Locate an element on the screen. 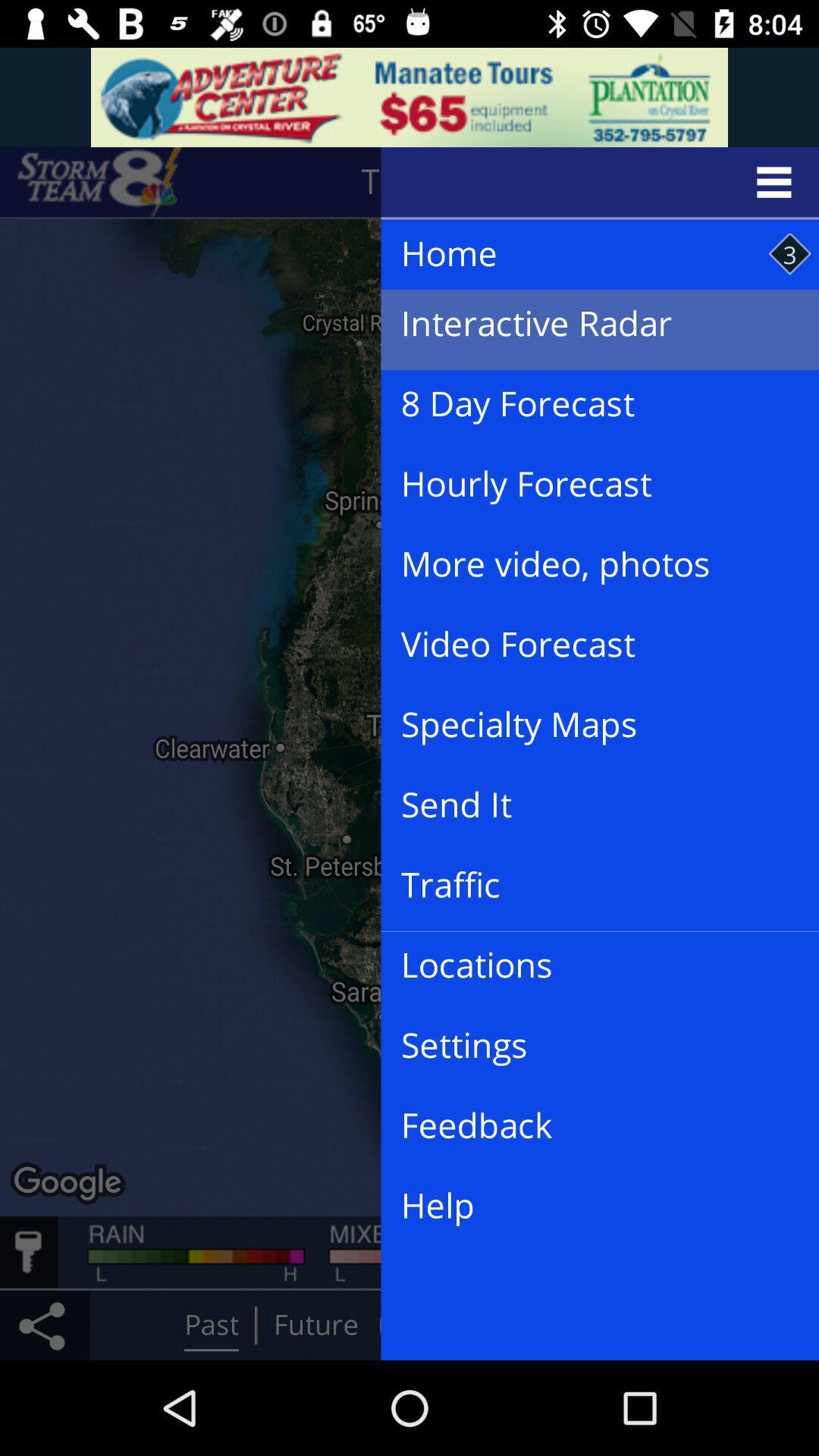 This screenshot has width=819, height=1456. the share icon is located at coordinates (44, 1324).